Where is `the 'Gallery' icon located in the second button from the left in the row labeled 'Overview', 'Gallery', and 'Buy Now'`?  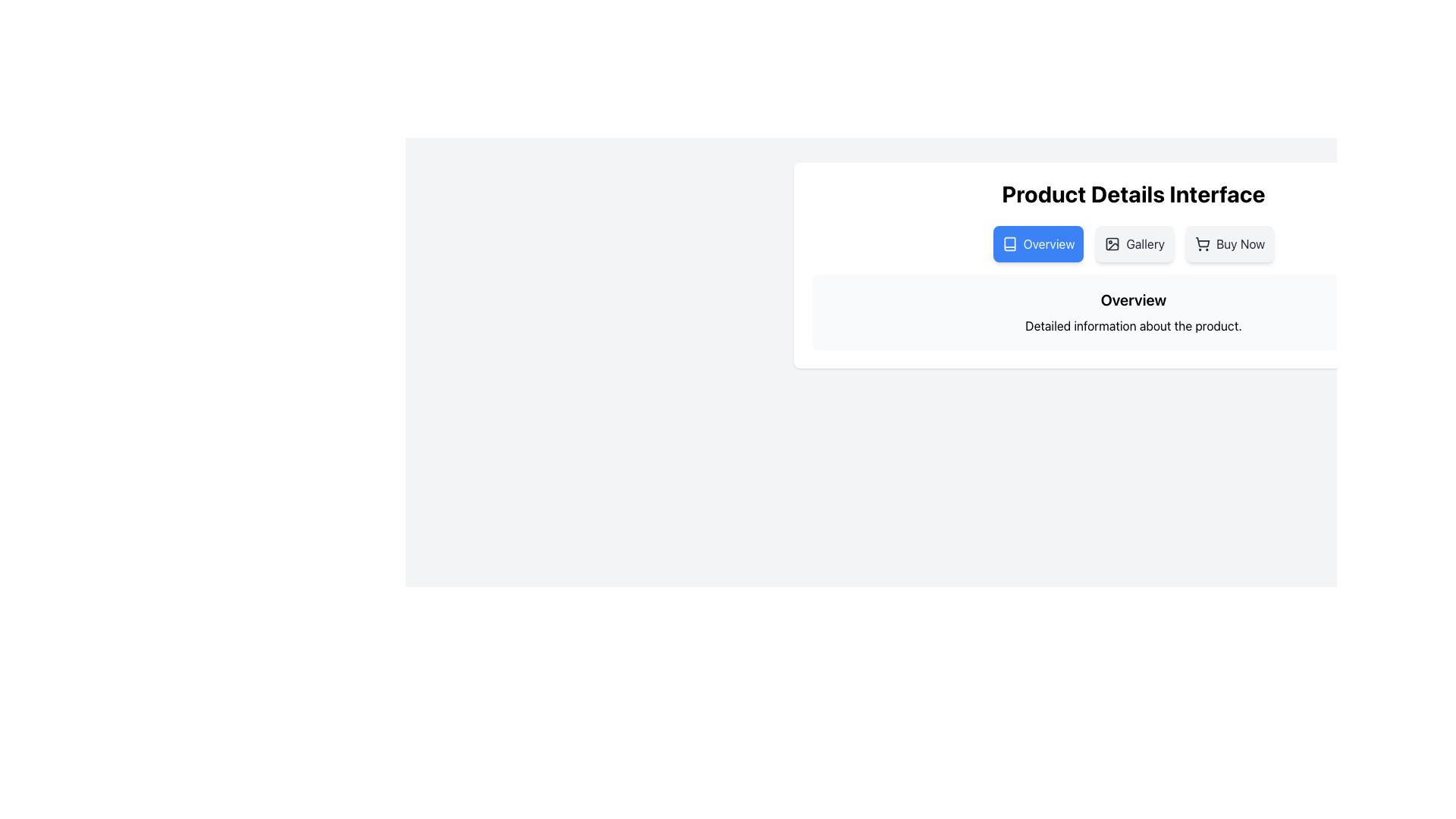
the 'Gallery' icon located in the second button from the left in the row labeled 'Overview', 'Gallery', and 'Buy Now' is located at coordinates (1112, 243).